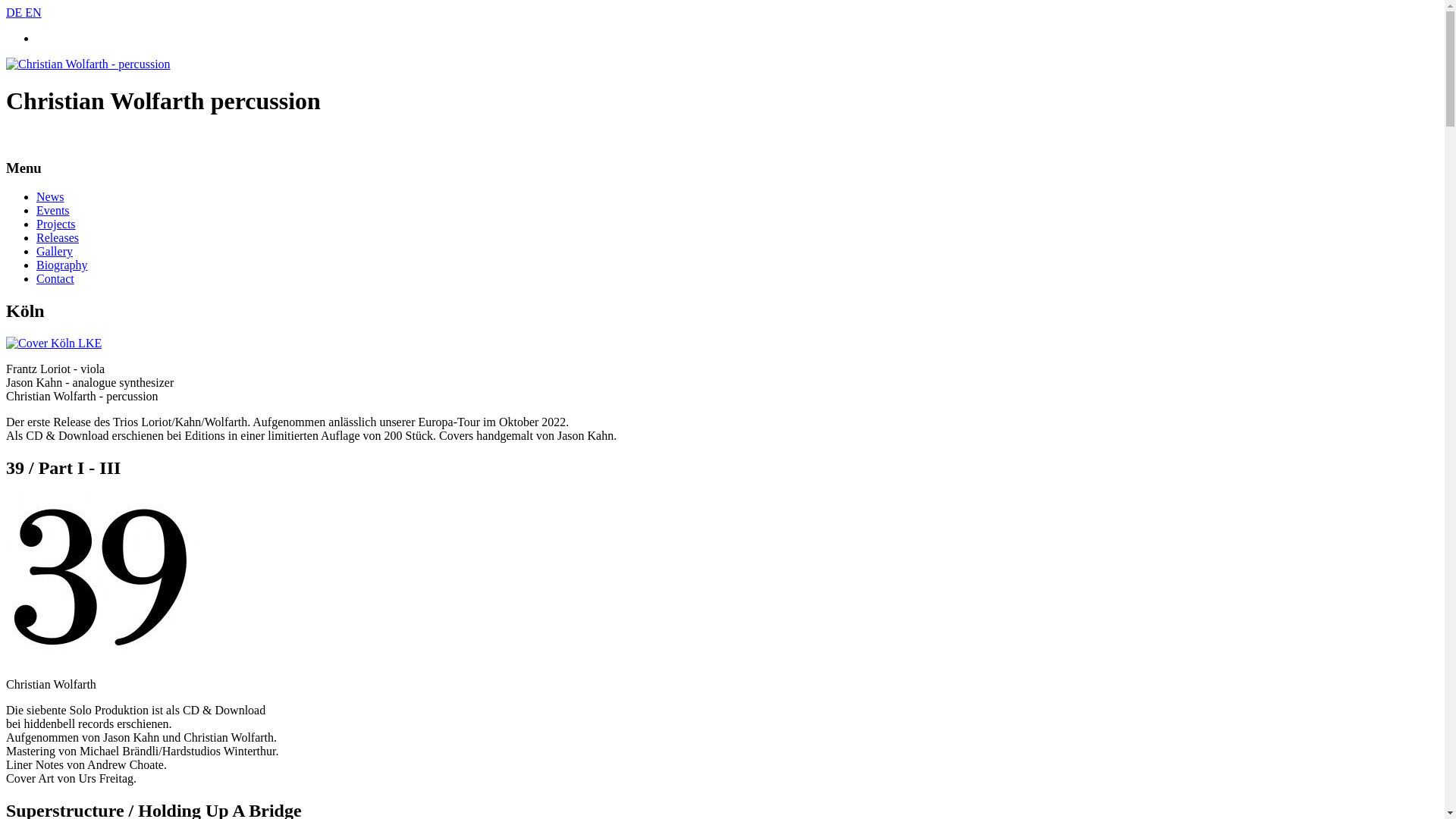  What do you see at coordinates (36, 250) in the screenshot?
I see `'Gallery'` at bounding box center [36, 250].